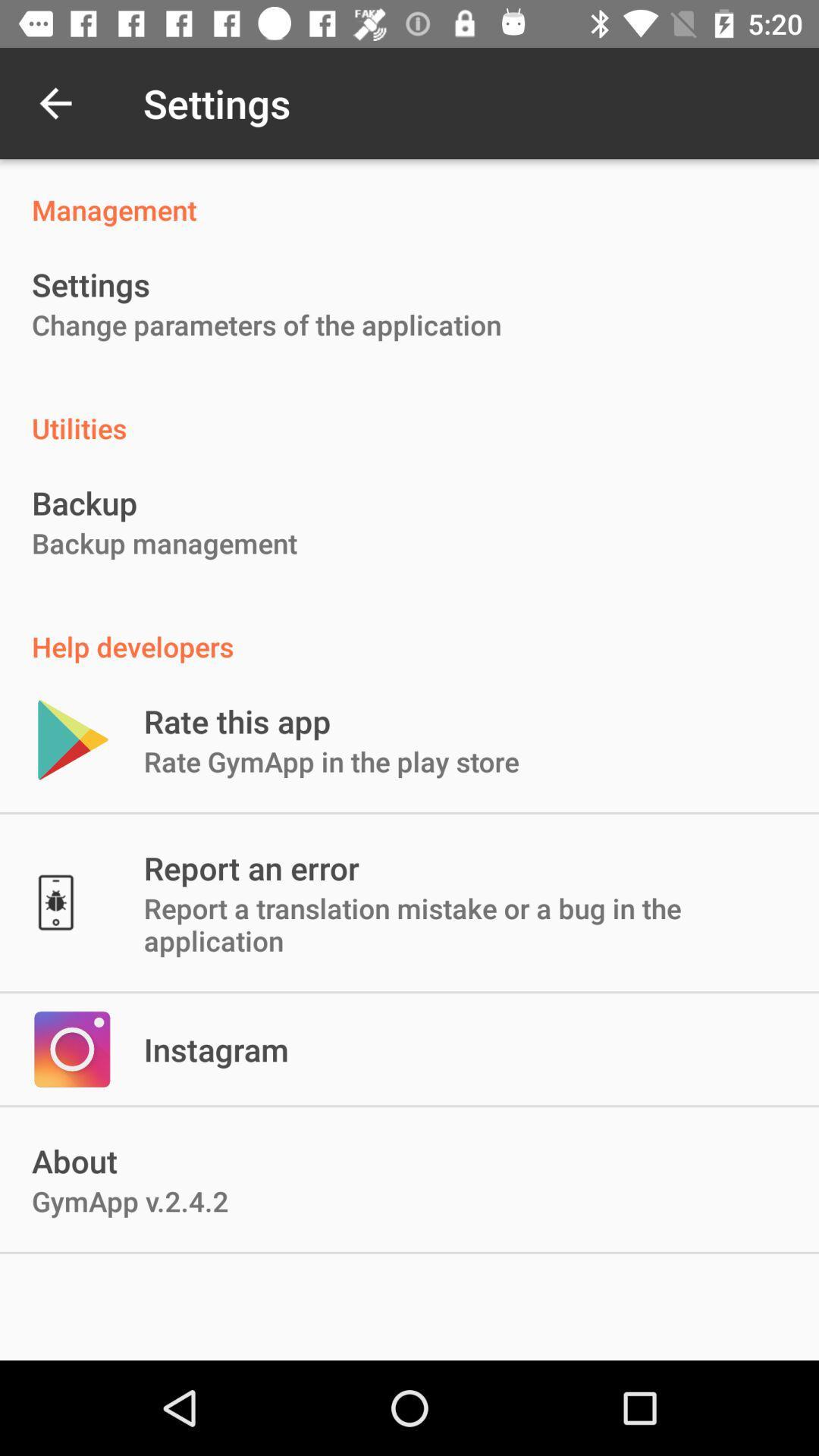 The width and height of the screenshot is (819, 1456). Describe the element at coordinates (216, 1048) in the screenshot. I see `the item above gymapp v 2` at that location.